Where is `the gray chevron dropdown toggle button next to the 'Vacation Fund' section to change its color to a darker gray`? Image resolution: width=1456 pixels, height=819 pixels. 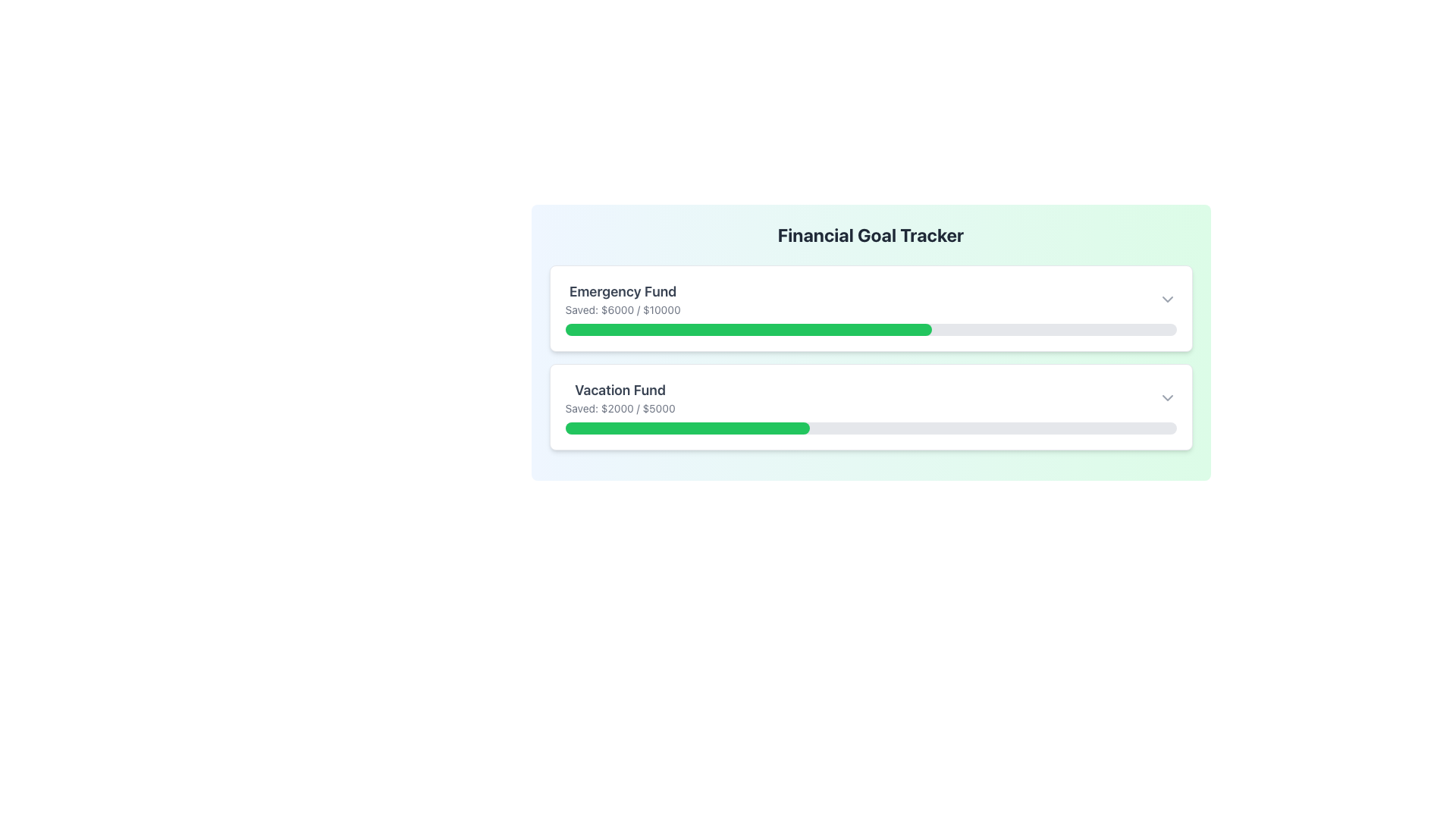
the gray chevron dropdown toggle button next to the 'Vacation Fund' section to change its color to a darker gray is located at coordinates (1166, 397).